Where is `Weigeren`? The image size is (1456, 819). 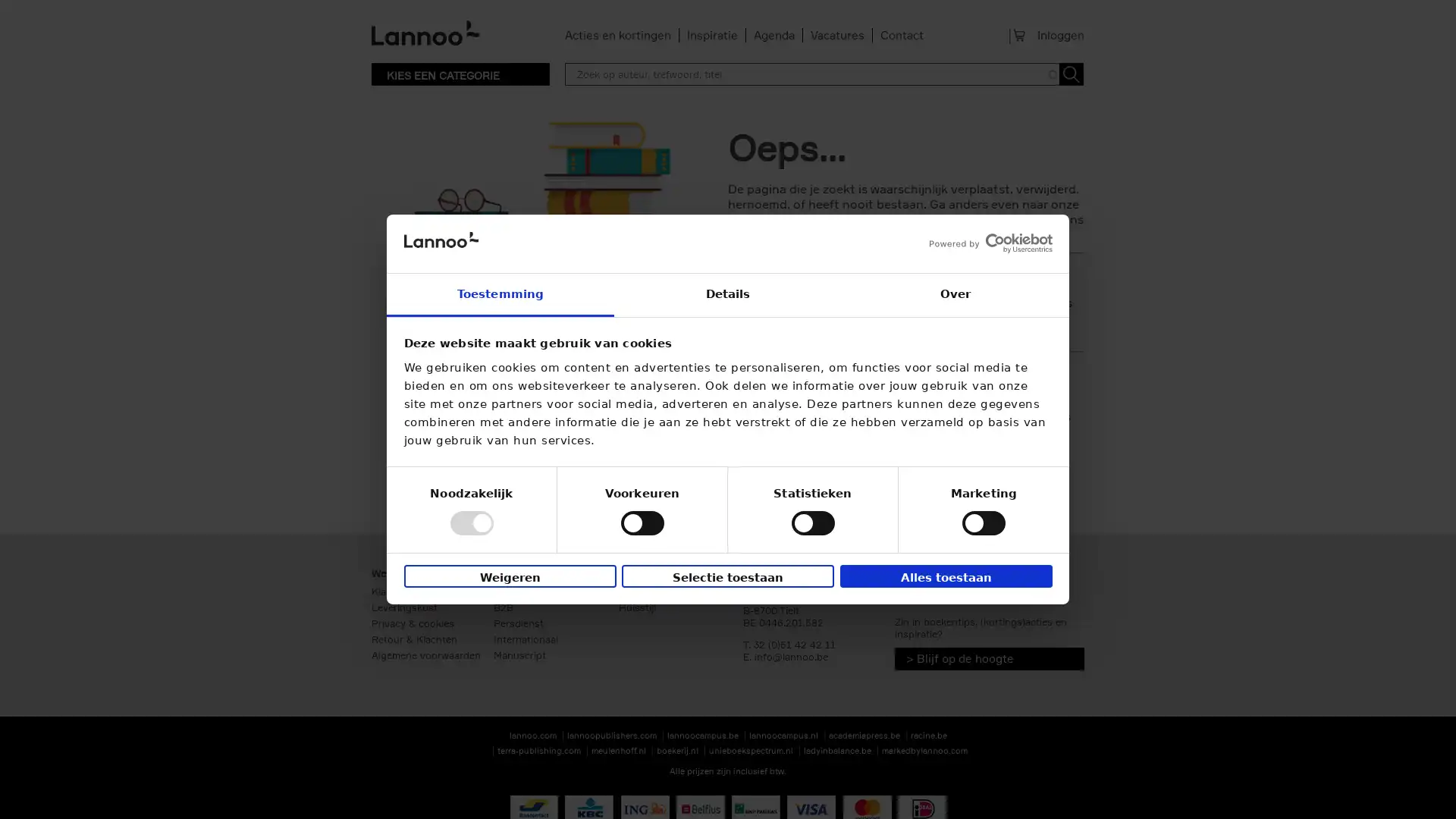
Weigeren is located at coordinates (510, 576).